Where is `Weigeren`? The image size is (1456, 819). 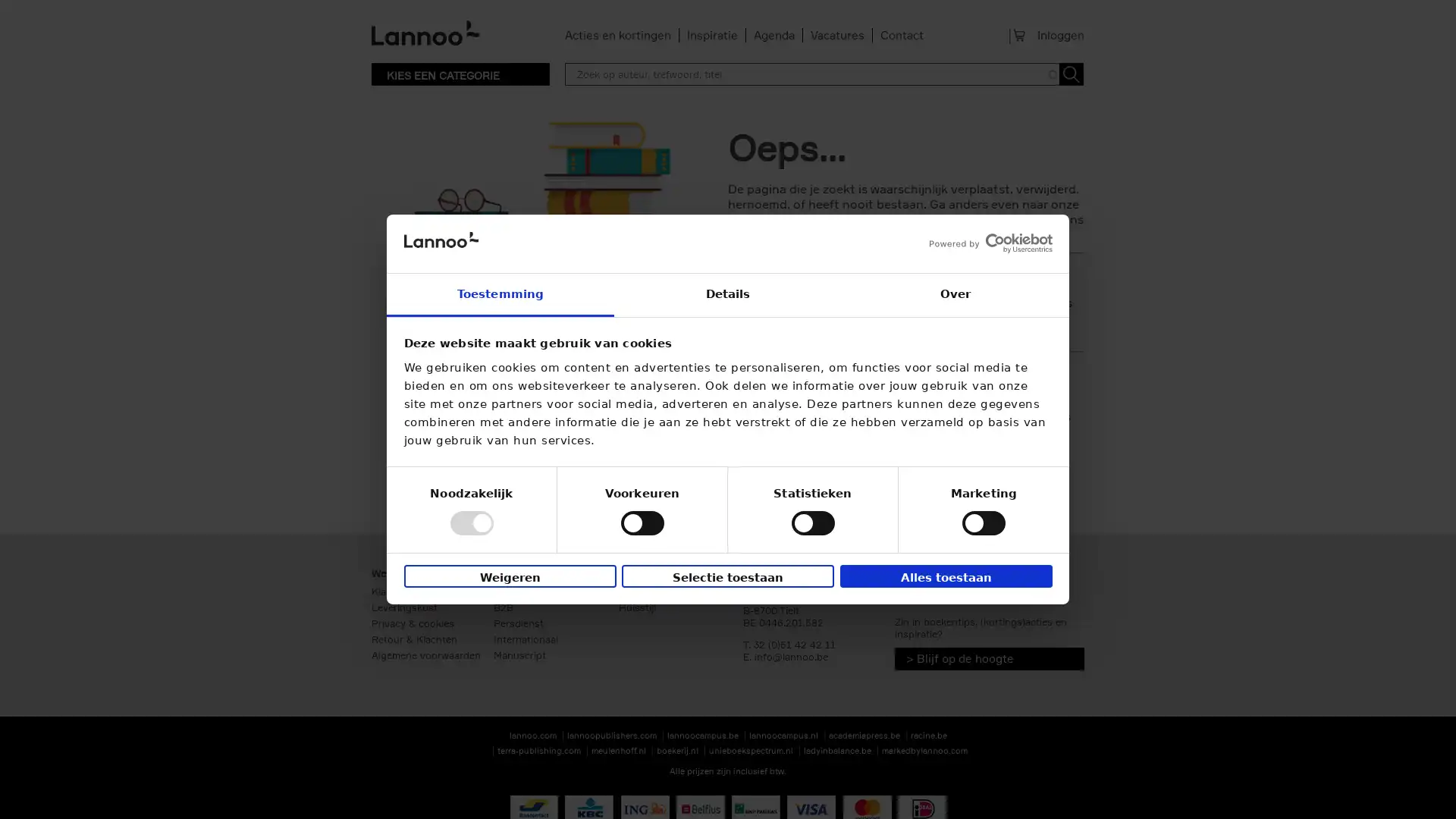
Weigeren is located at coordinates (510, 576).